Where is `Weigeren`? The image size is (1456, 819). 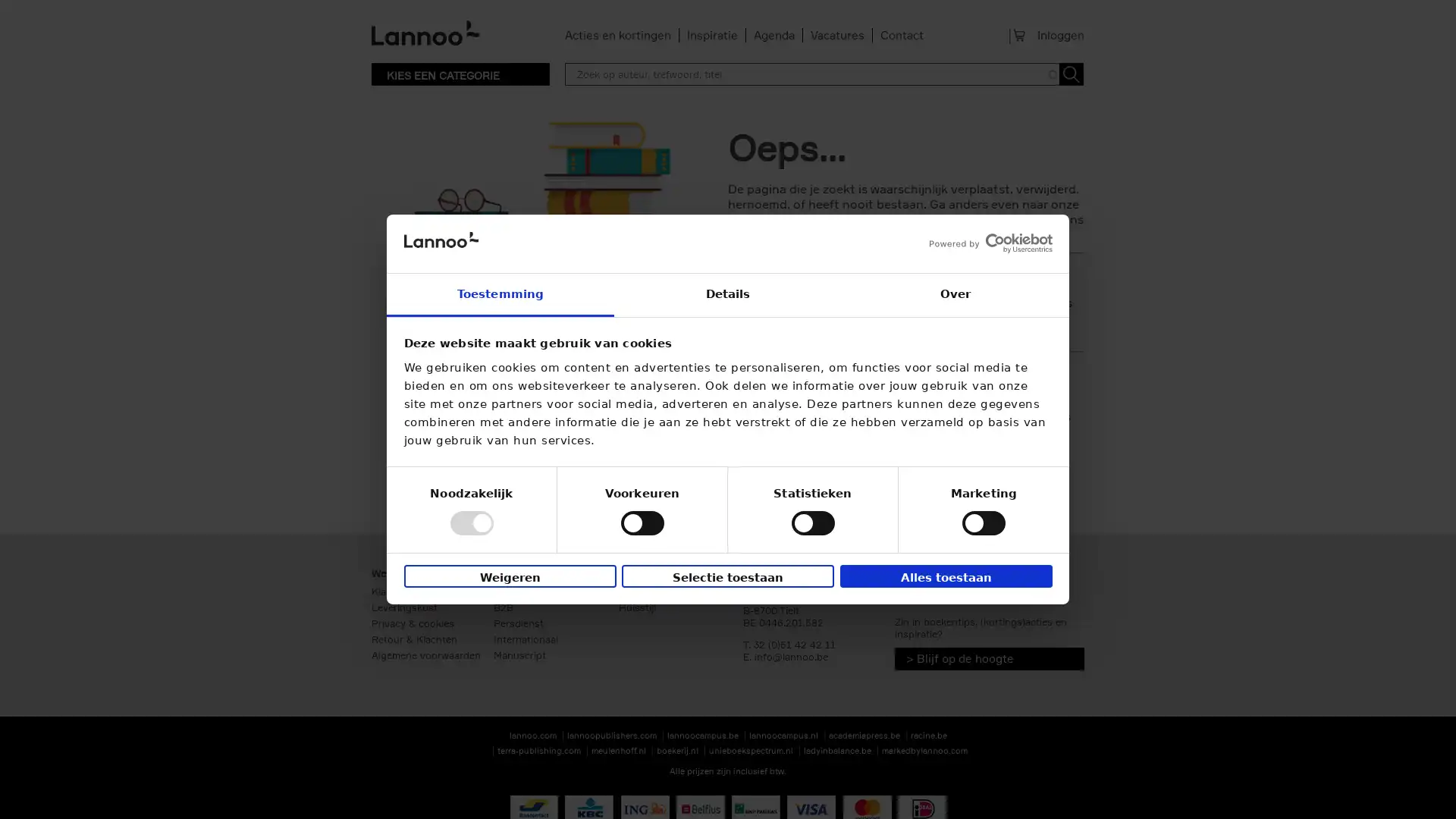
Weigeren is located at coordinates (510, 576).